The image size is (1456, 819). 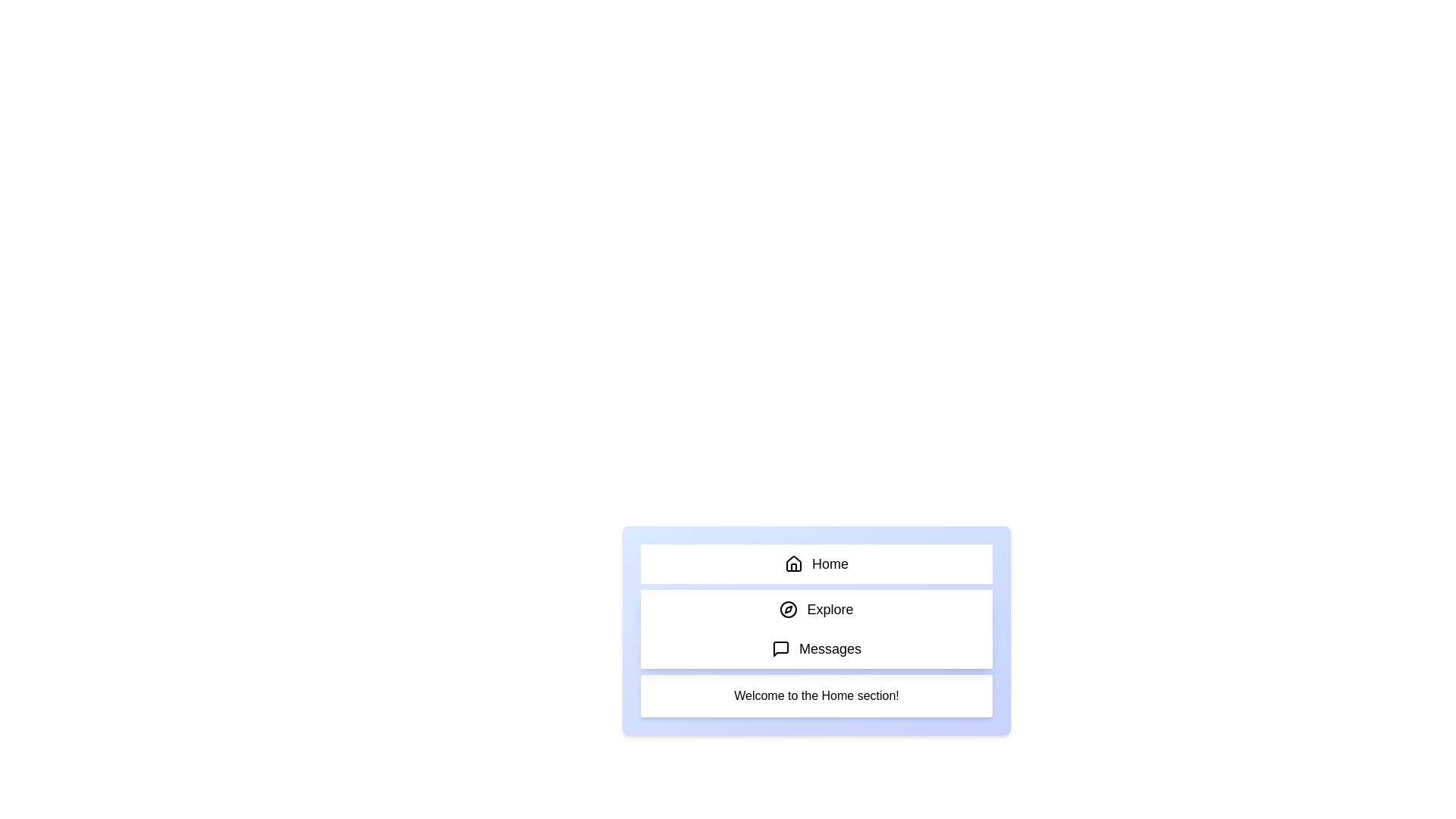 What do you see at coordinates (815, 564) in the screenshot?
I see `the Home tab to switch to it` at bounding box center [815, 564].